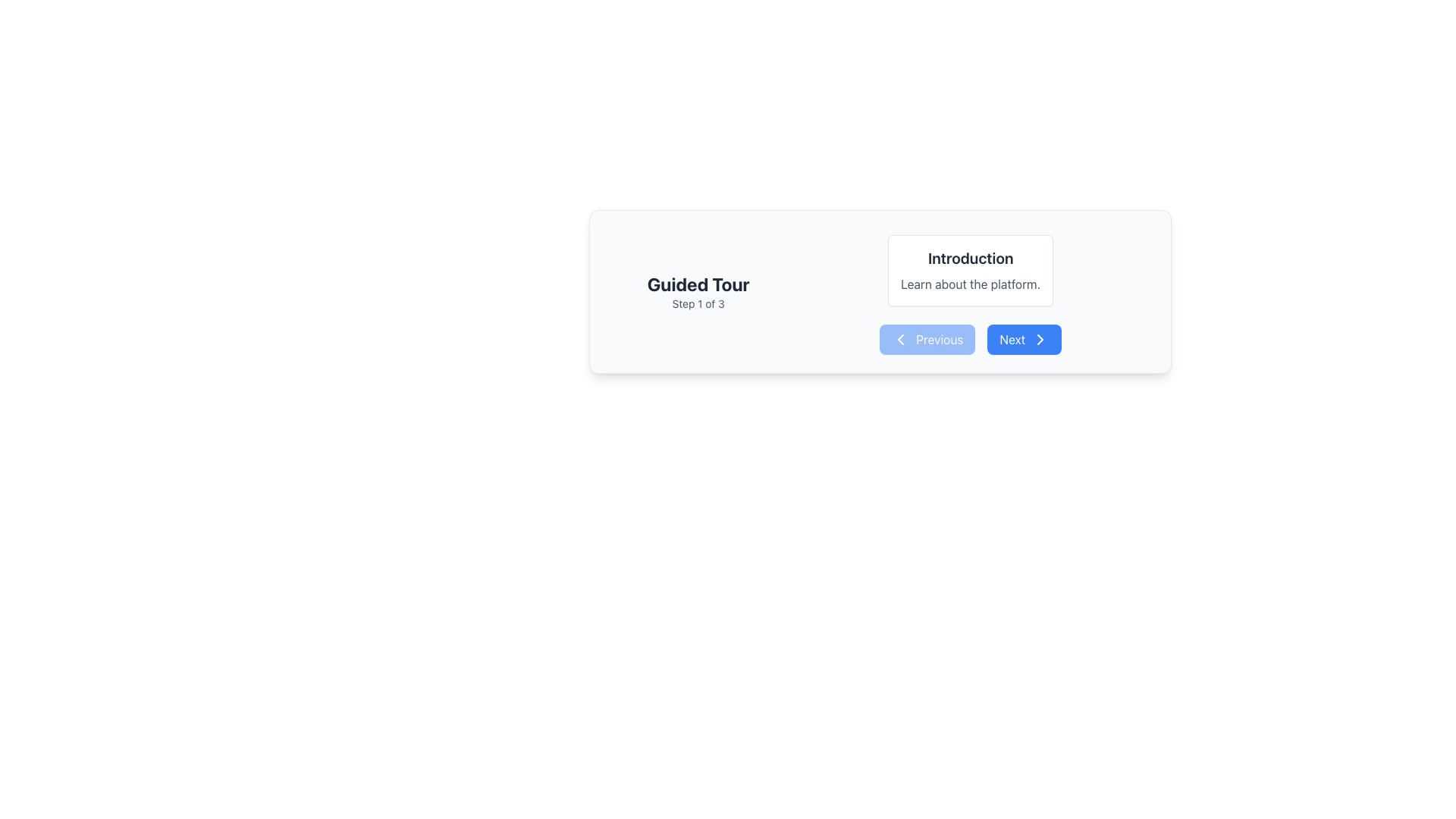  Describe the element at coordinates (1040, 338) in the screenshot. I see `the directional arrow icon inside the 'Next' button, which indicates forward functionality in a guided process` at that location.